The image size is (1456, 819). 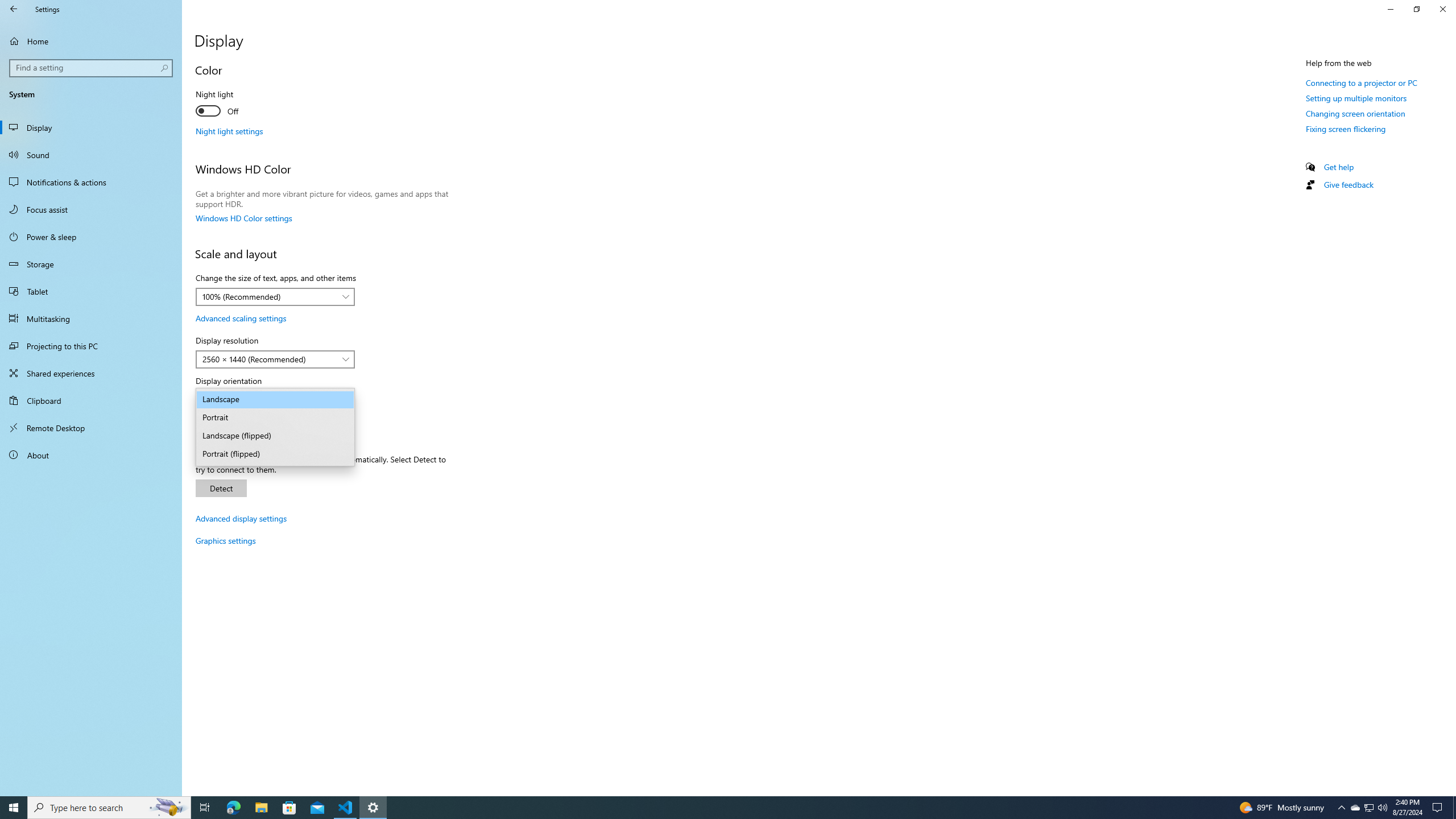 What do you see at coordinates (221, 487) in the screenshot?
I see `'Detect'` at bounding box center [221, 487].